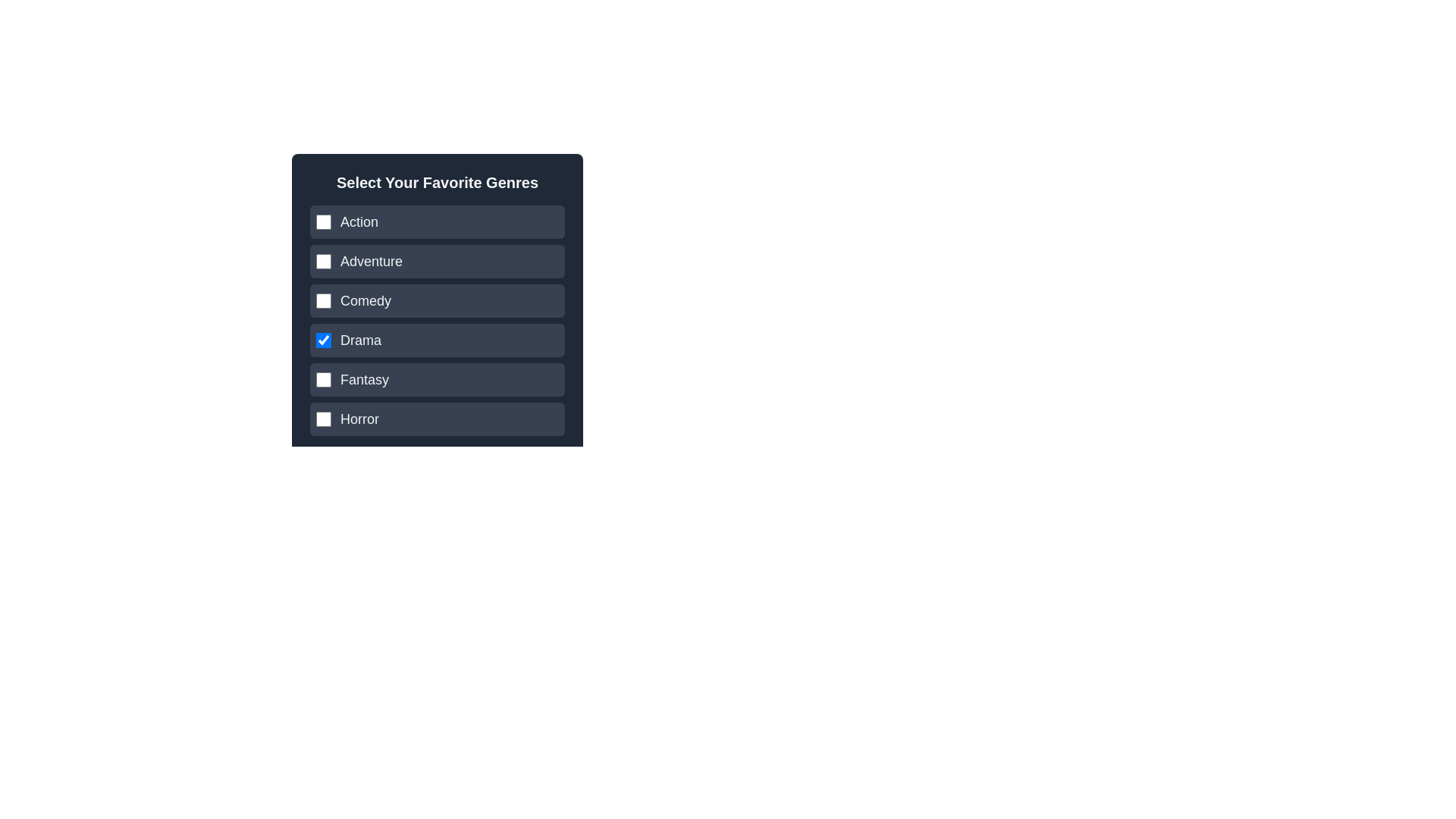 This screenshot has width=1456, height=819. I want to click on the checkbox labeled 'Fantasy' in the list of genres under 'Select Your Favorite Genres' and focus on it using keyboard navigation, so click(436, 379).